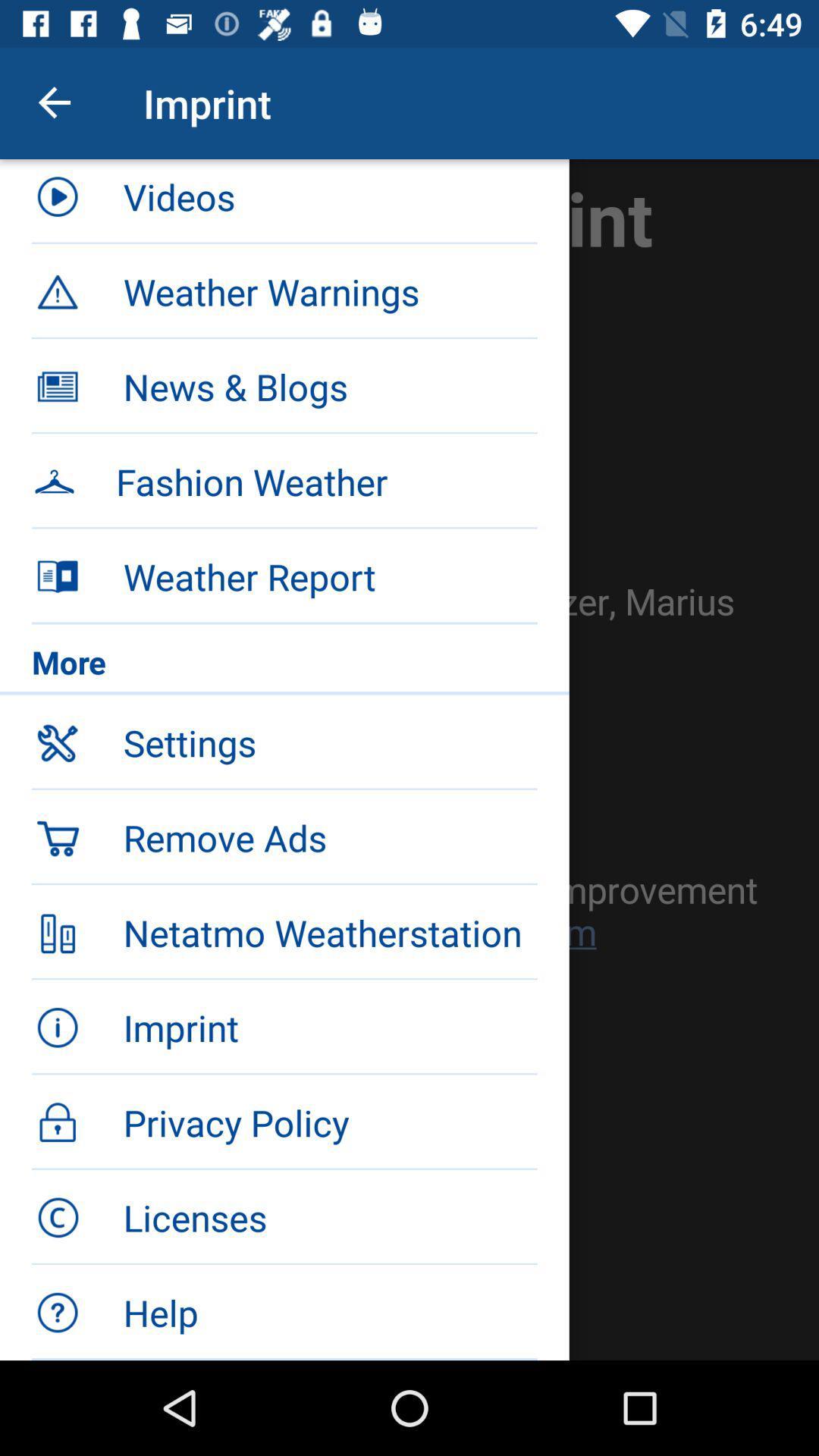  I want to click on the icon below the news & blogs item, so click(325, 481).